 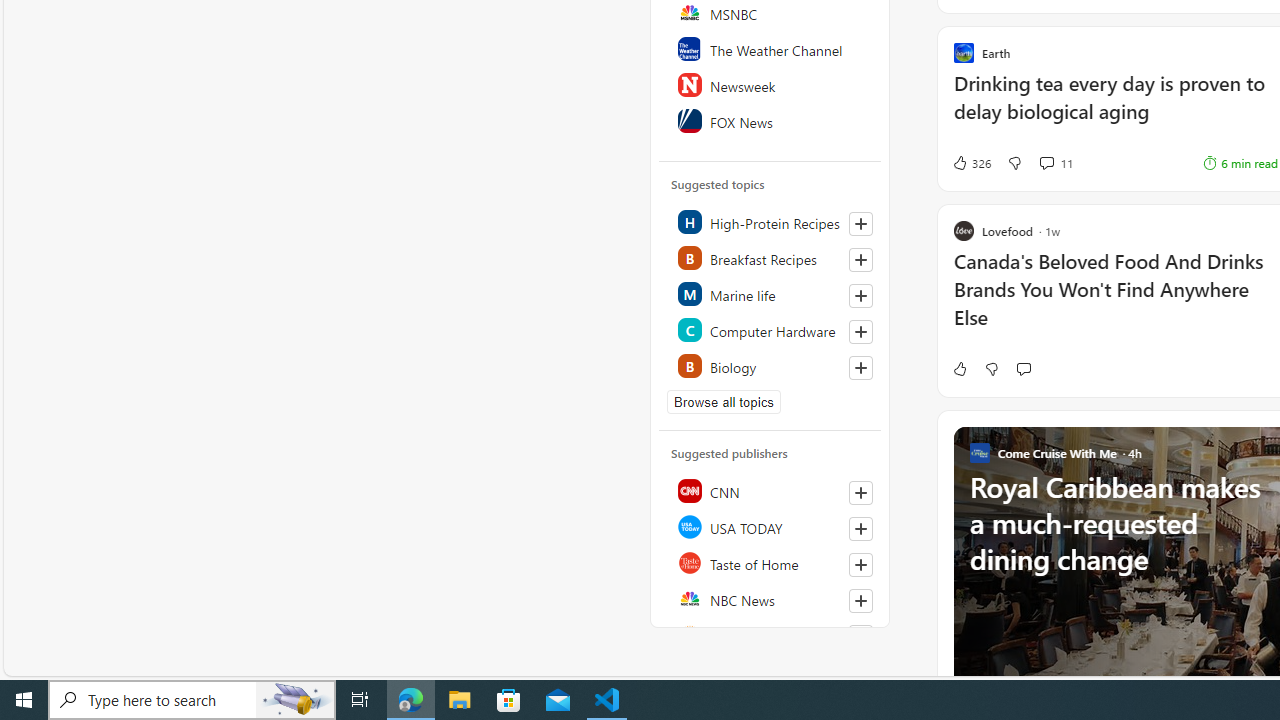 I want to click on 'Taste of Home', so click(x=770, y=563).